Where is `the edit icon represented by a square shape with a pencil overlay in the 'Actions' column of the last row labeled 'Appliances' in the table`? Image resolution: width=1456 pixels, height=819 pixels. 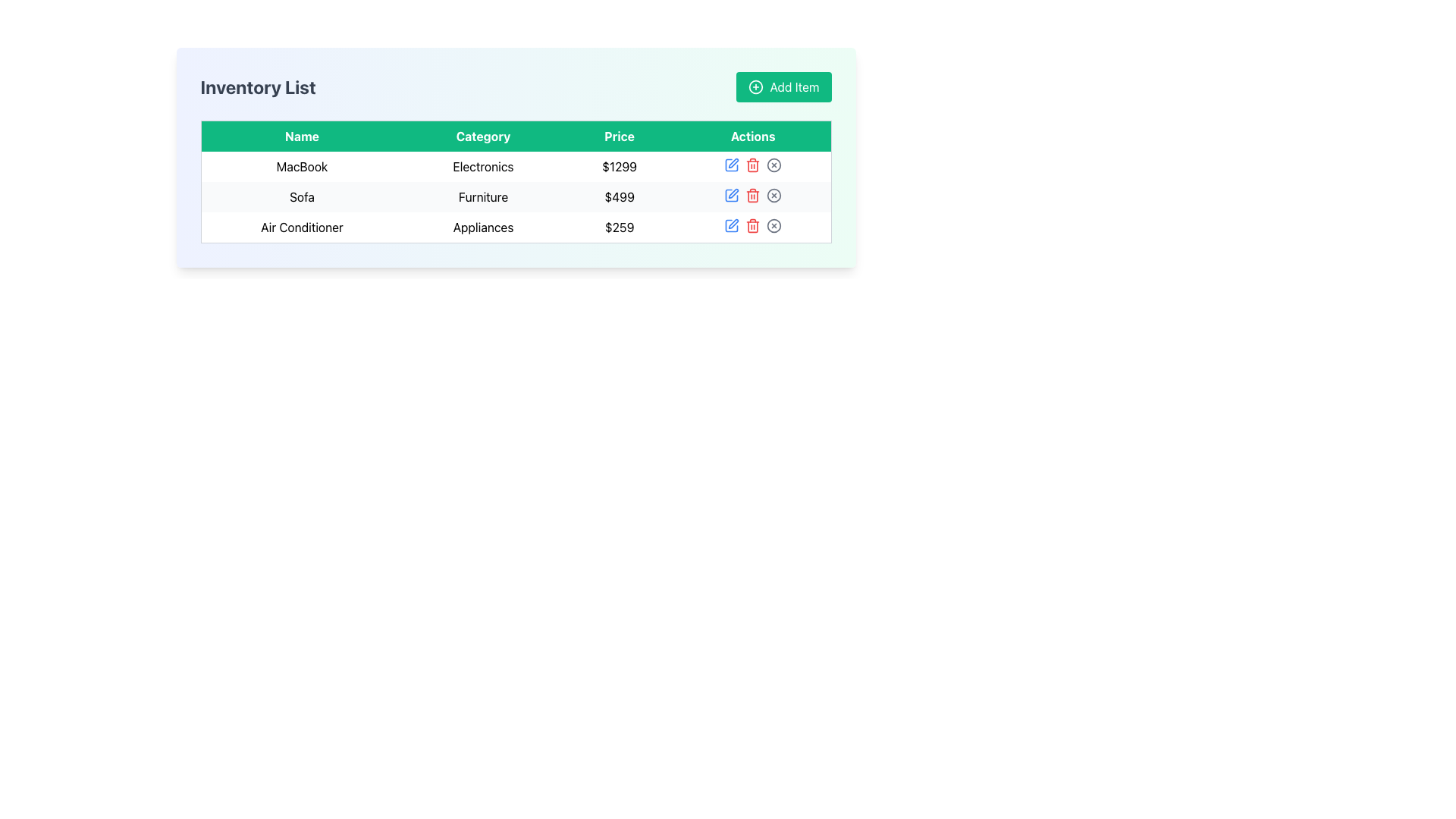
the edit icon represented by a square shape with a pencil overlay in the 'Actions' column of the last row labeled 'Appliances' in the table is located at coordinates (732, 225).